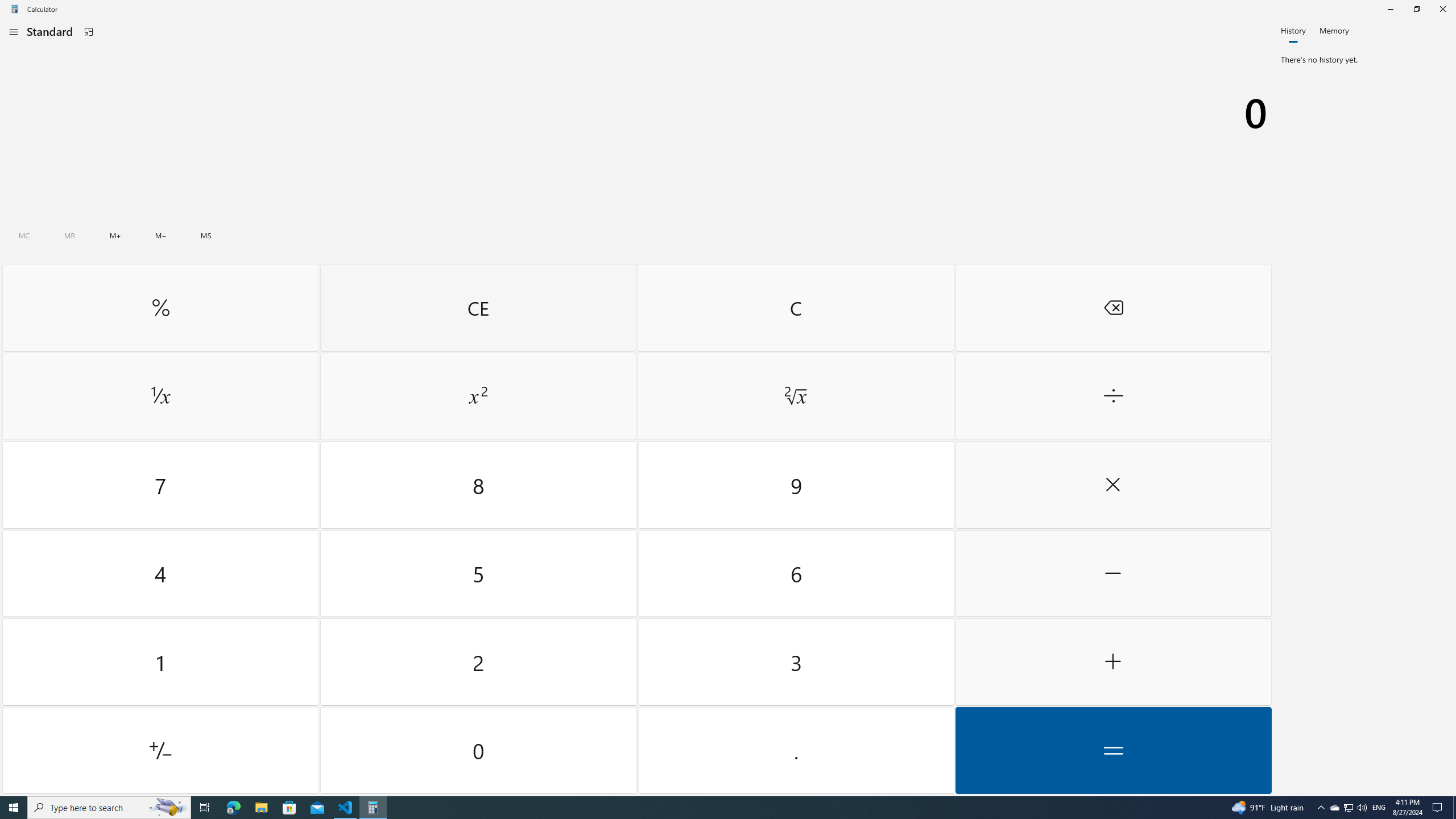 Image resolution: width=1456 pixels, height=819 pixels. Describe the element at coordinates (206, 235) in the screenshot. I see `'Memory store'` at that location.